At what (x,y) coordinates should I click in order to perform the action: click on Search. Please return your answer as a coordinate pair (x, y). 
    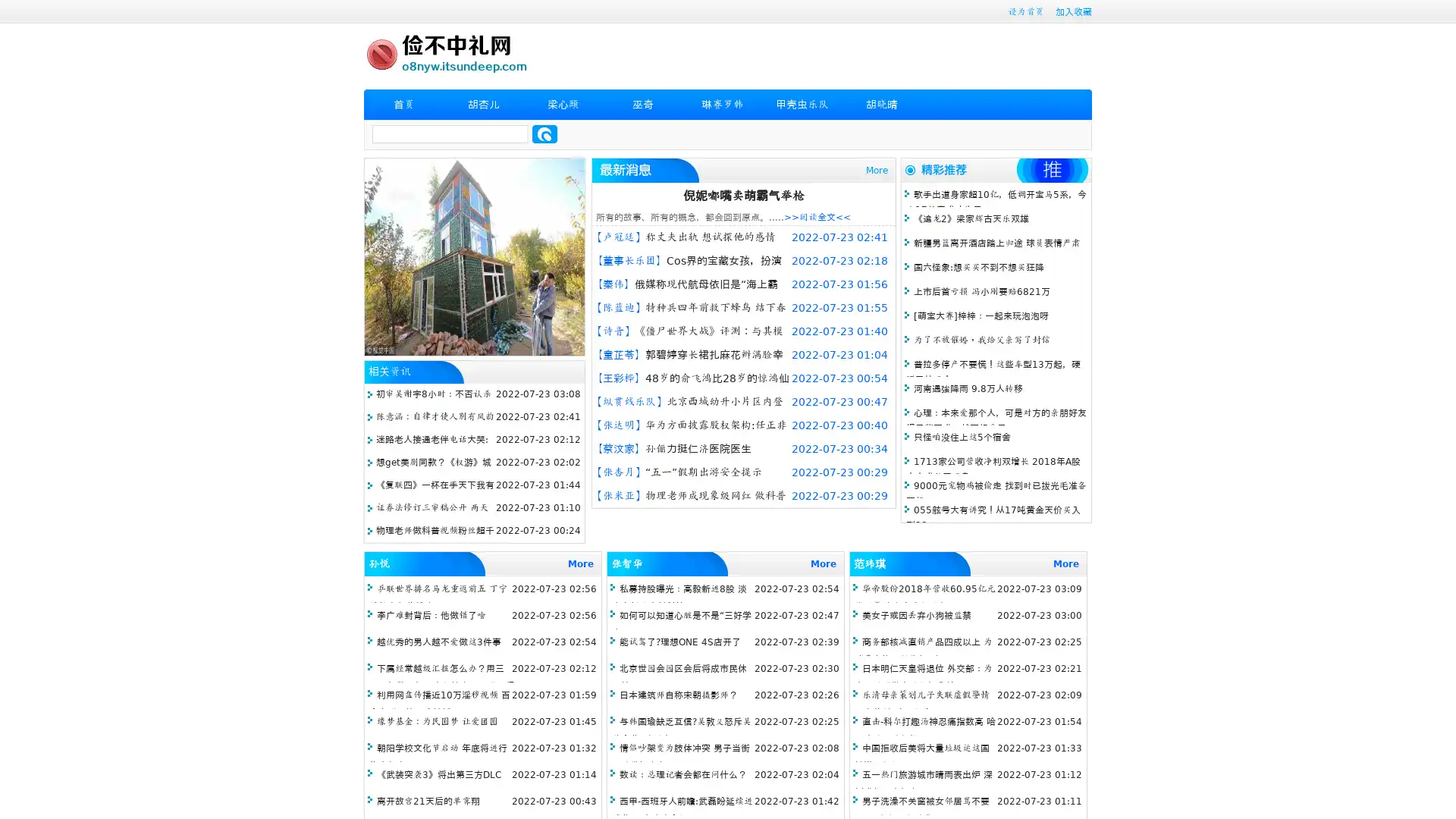
    Looking at the image, I should click on (544, 133).